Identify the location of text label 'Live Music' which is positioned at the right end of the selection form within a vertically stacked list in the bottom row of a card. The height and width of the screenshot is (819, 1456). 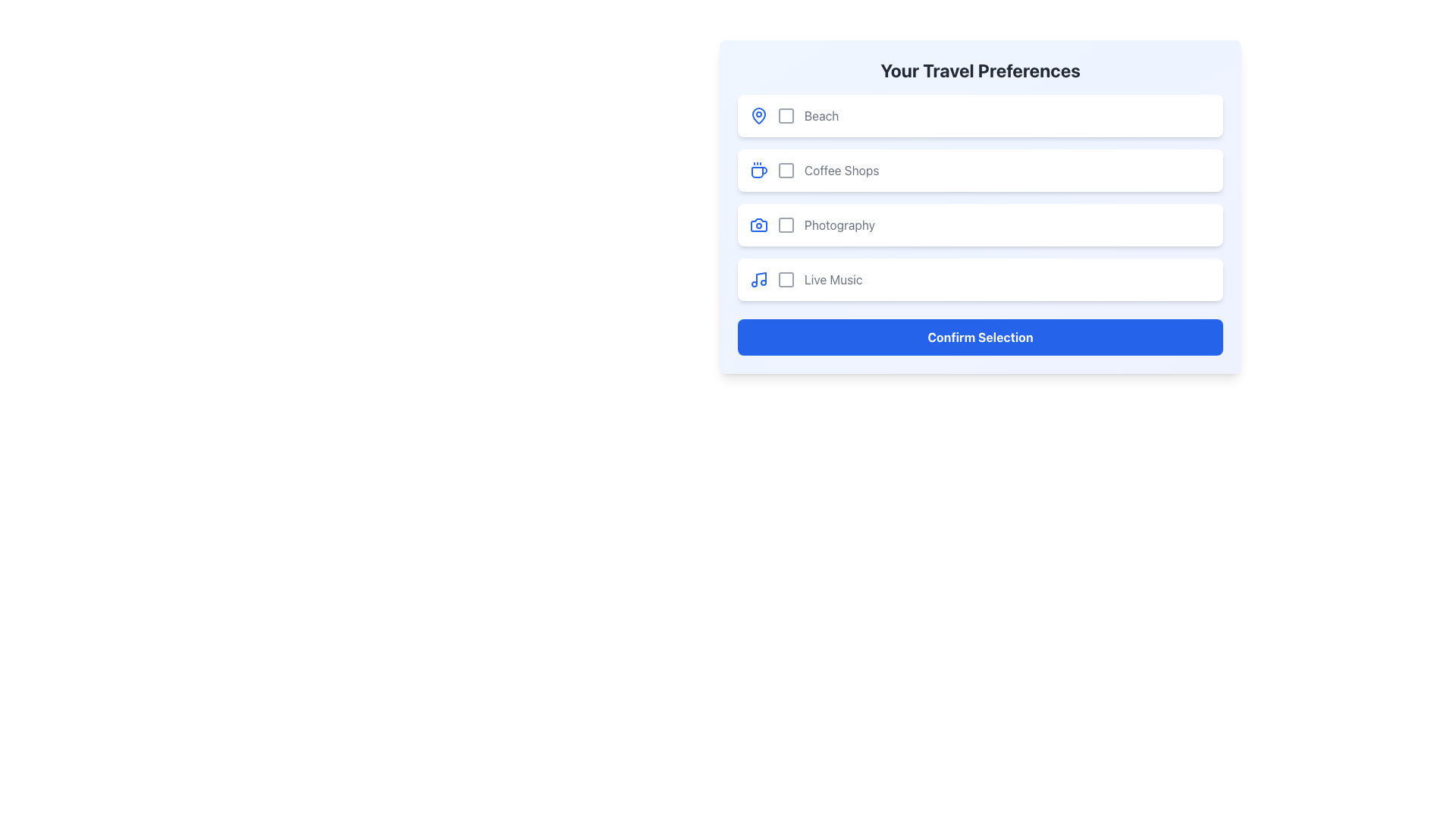
(833, 280).